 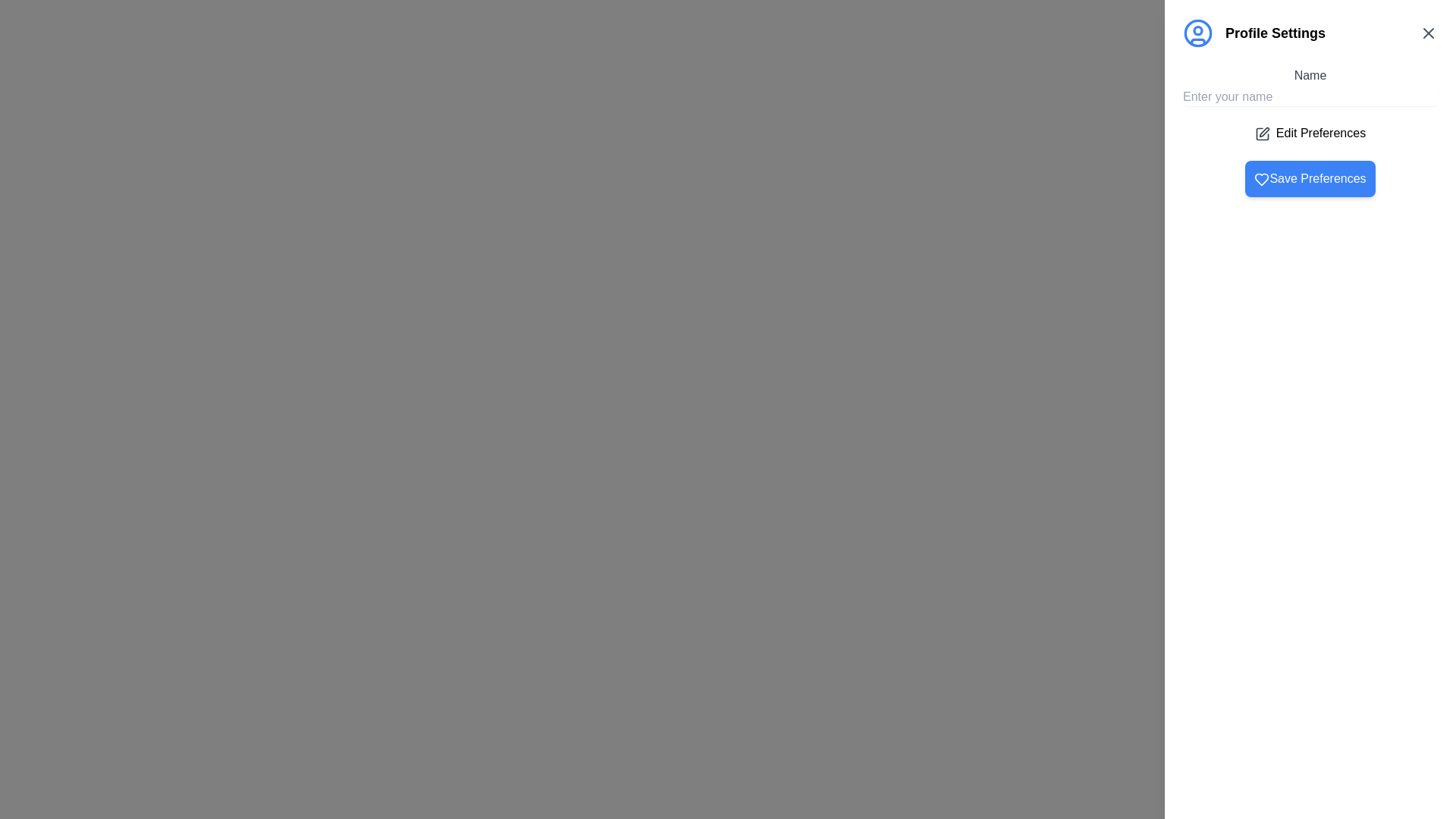 What do you see at coordinates (1310, 133) in the screenshot?
I see `the static label with an icon that indicates the initiation of a section related to editing preferences, located below the 'Name' text input field and above the 'Save Preferences' button` at bounding box center [1310, 133].